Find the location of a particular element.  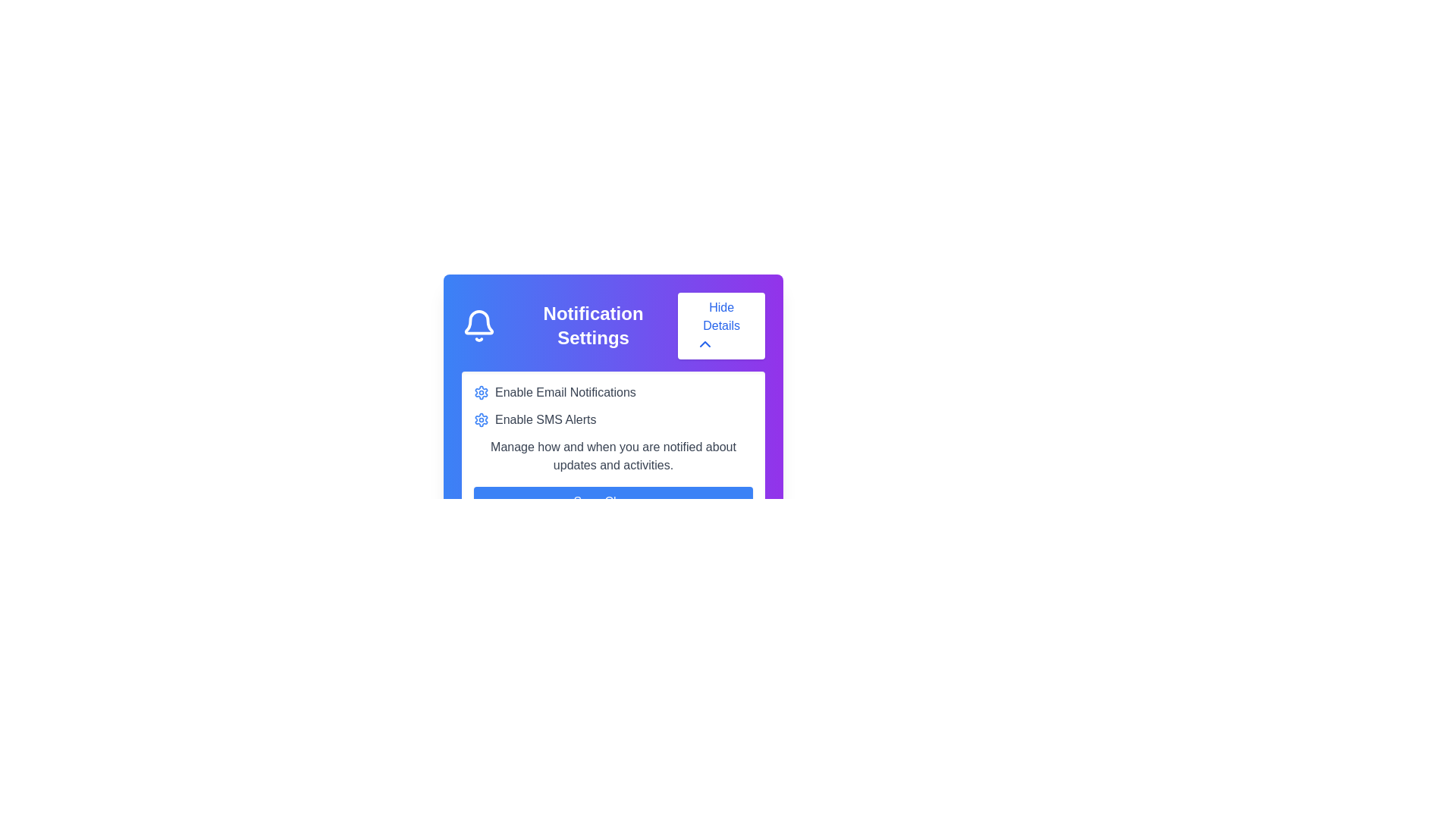

the 'Notification Settings' header is located at coordinates (613, 325).